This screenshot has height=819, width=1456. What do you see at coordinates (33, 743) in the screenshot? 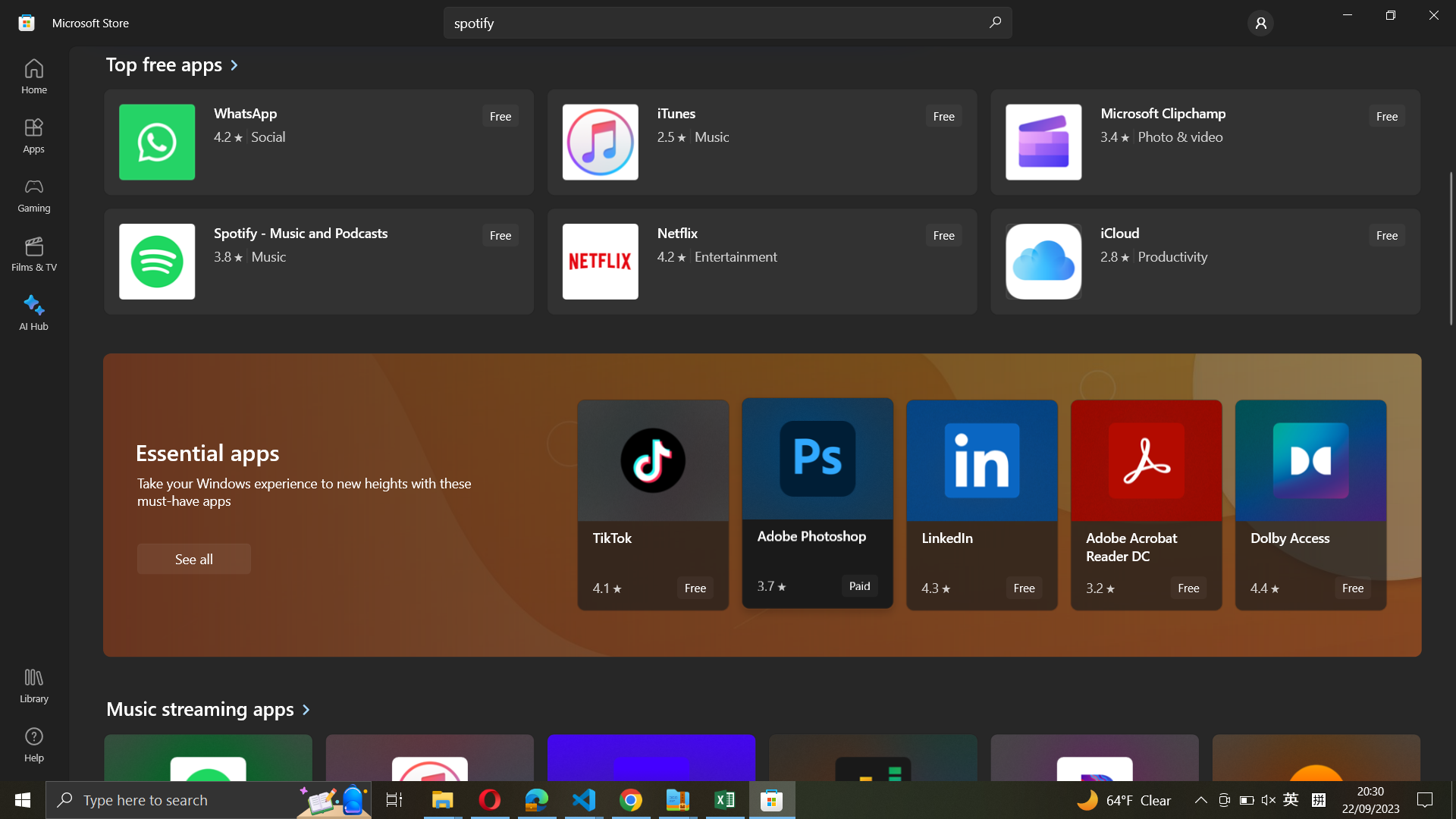
I see `Help` at bounding box center [33, 743].